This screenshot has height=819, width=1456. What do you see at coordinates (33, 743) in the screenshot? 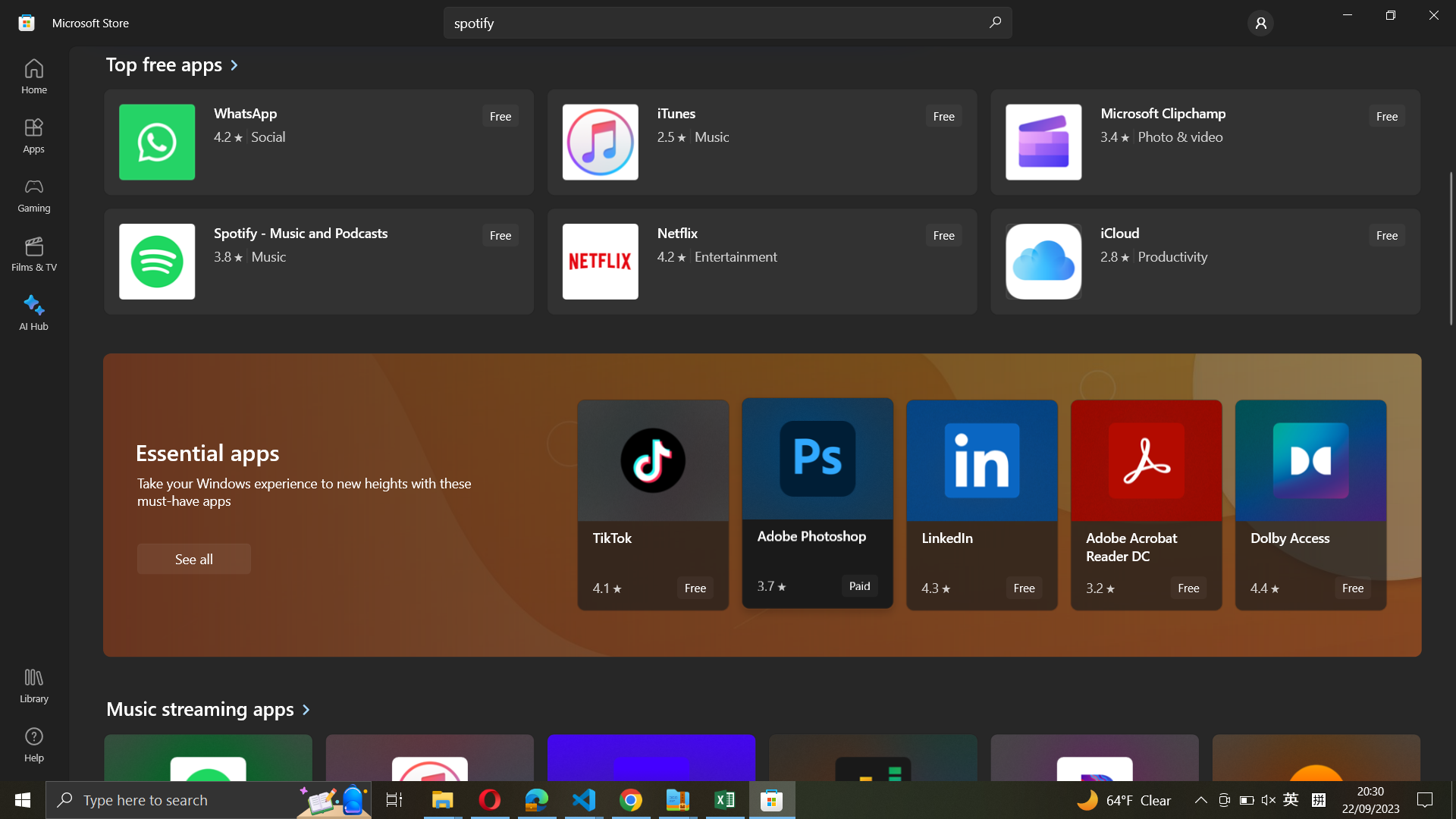
I see `Help` at bounding box center [33, 743].